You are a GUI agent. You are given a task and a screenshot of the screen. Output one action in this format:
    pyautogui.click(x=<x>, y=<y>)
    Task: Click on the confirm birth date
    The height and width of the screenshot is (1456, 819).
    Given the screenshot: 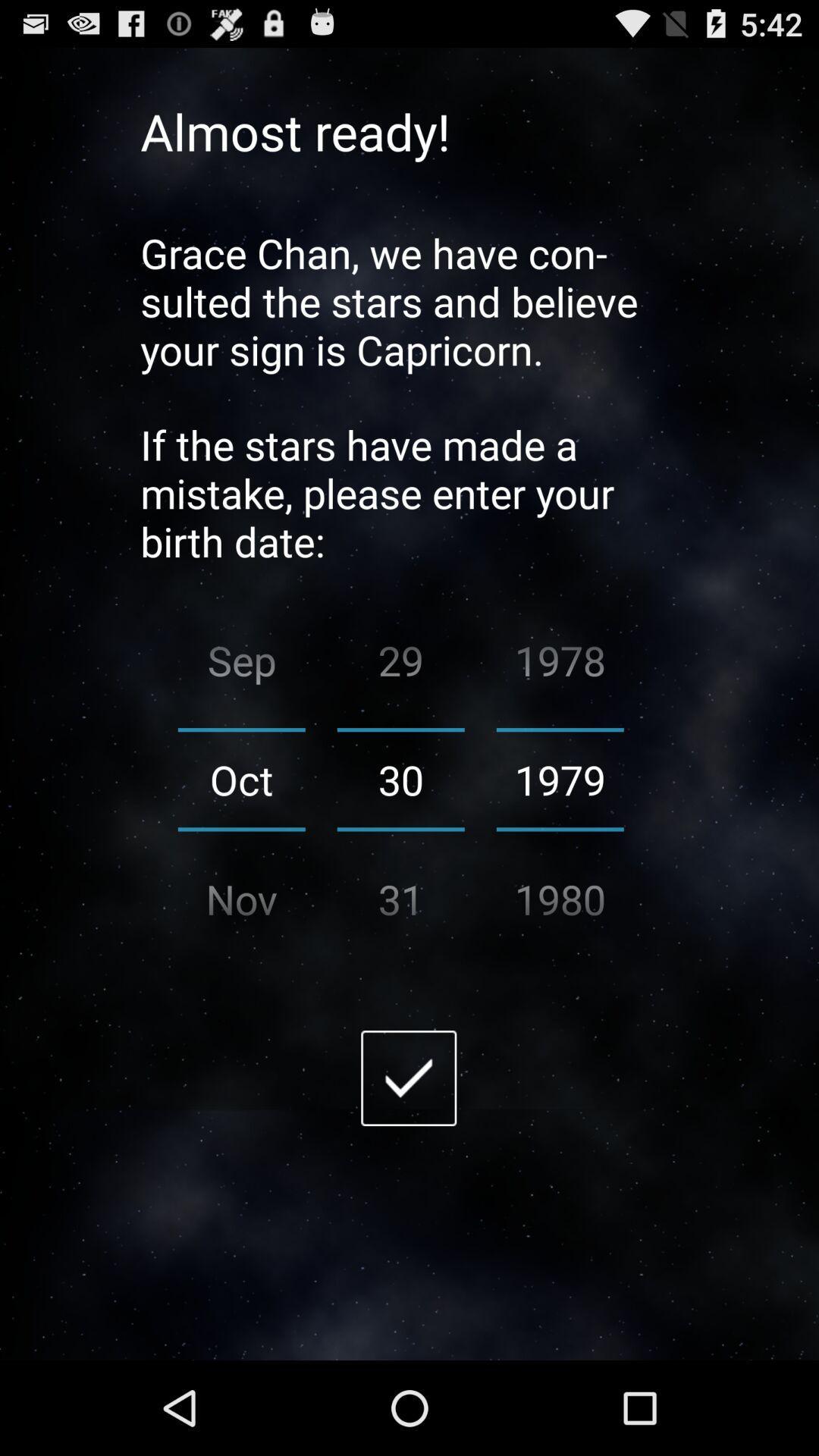 What is the action you would take?
    pyautogui.click(x=408, y=1077)
    